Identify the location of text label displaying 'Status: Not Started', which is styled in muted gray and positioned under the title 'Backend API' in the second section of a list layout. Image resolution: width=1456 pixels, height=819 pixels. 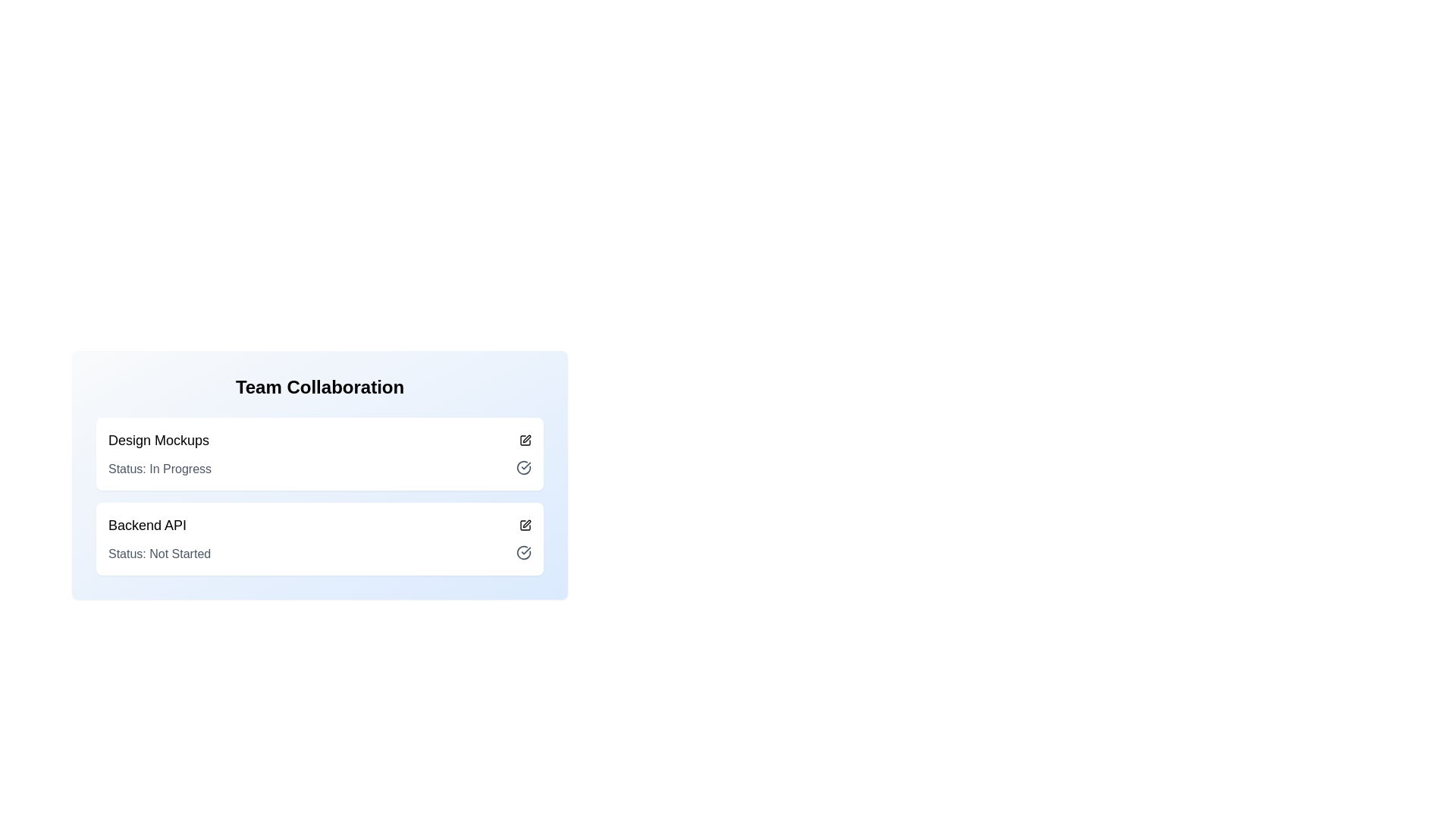
(159, 554).